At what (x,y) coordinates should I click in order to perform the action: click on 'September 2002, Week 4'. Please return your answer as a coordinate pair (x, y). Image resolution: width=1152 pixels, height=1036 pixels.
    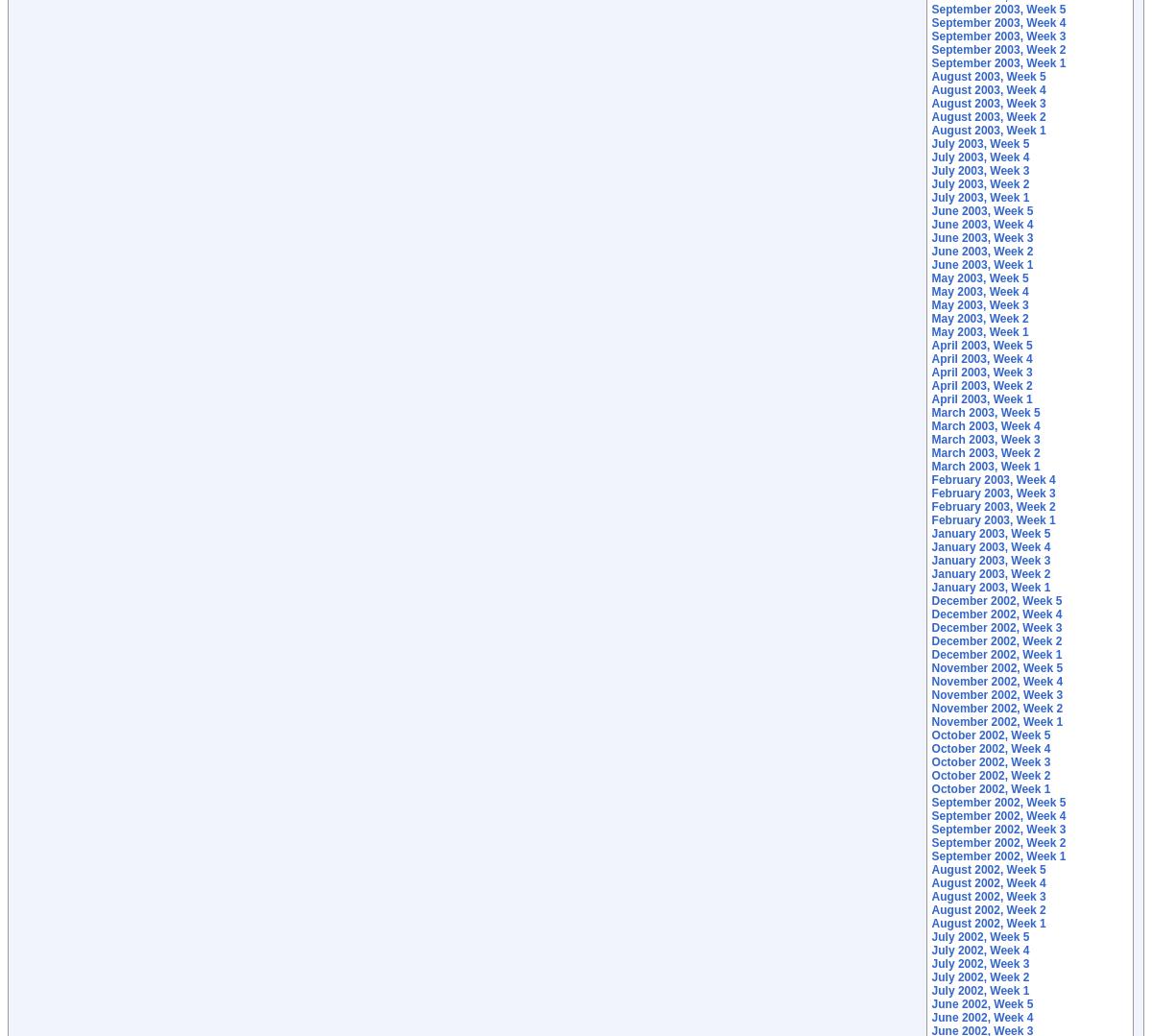
    Looking at the image, I should click on (930, 816).